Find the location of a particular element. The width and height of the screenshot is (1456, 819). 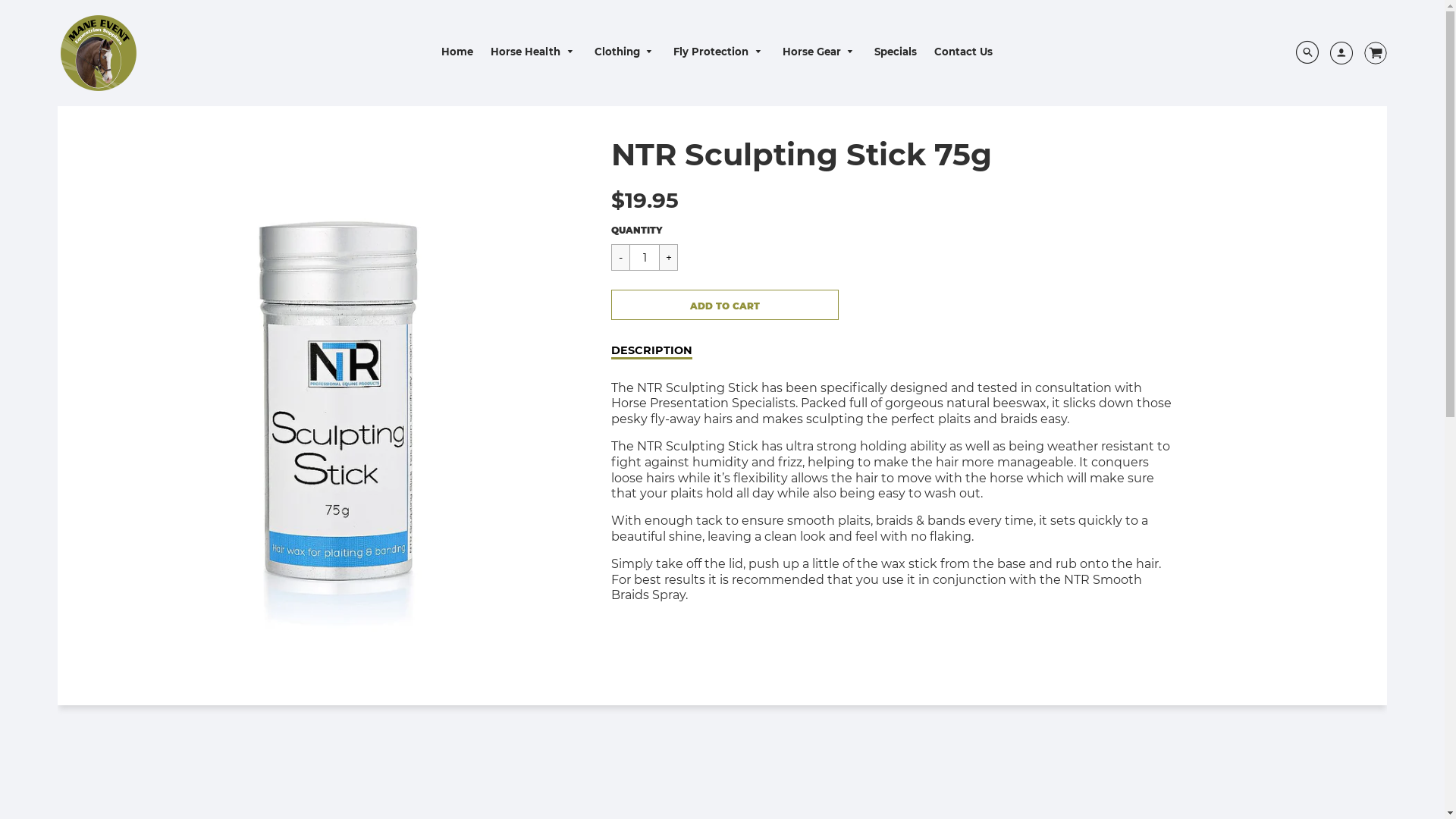

'CART ERROR is located at coordinates (723, 304).